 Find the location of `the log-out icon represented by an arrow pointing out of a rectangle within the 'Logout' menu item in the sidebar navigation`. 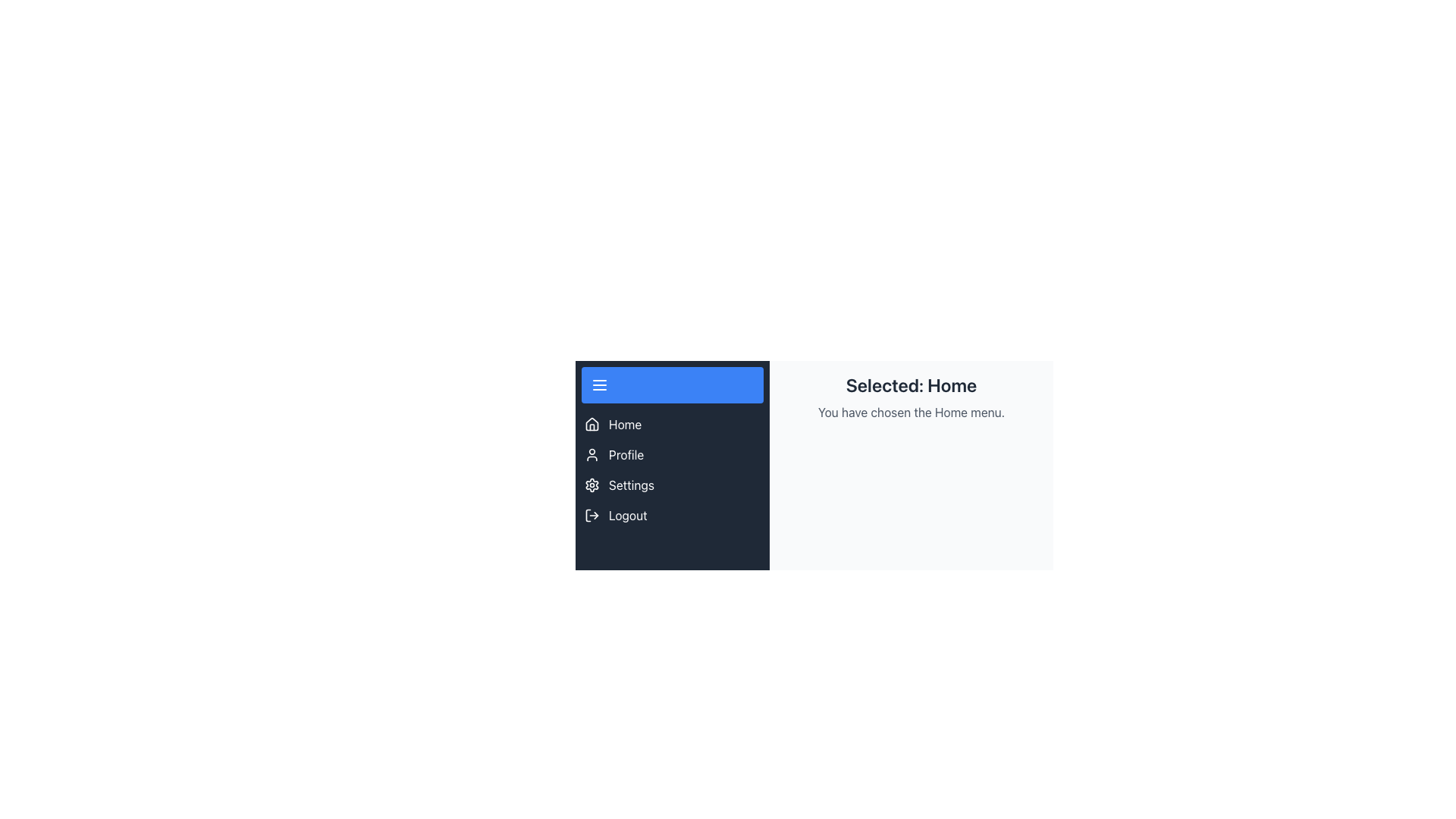

the log-out icon represented by an arrow pointing out of a rectangle within the 'Logout' menu item in the sidebar navigation is located at coordinates (591, 514).